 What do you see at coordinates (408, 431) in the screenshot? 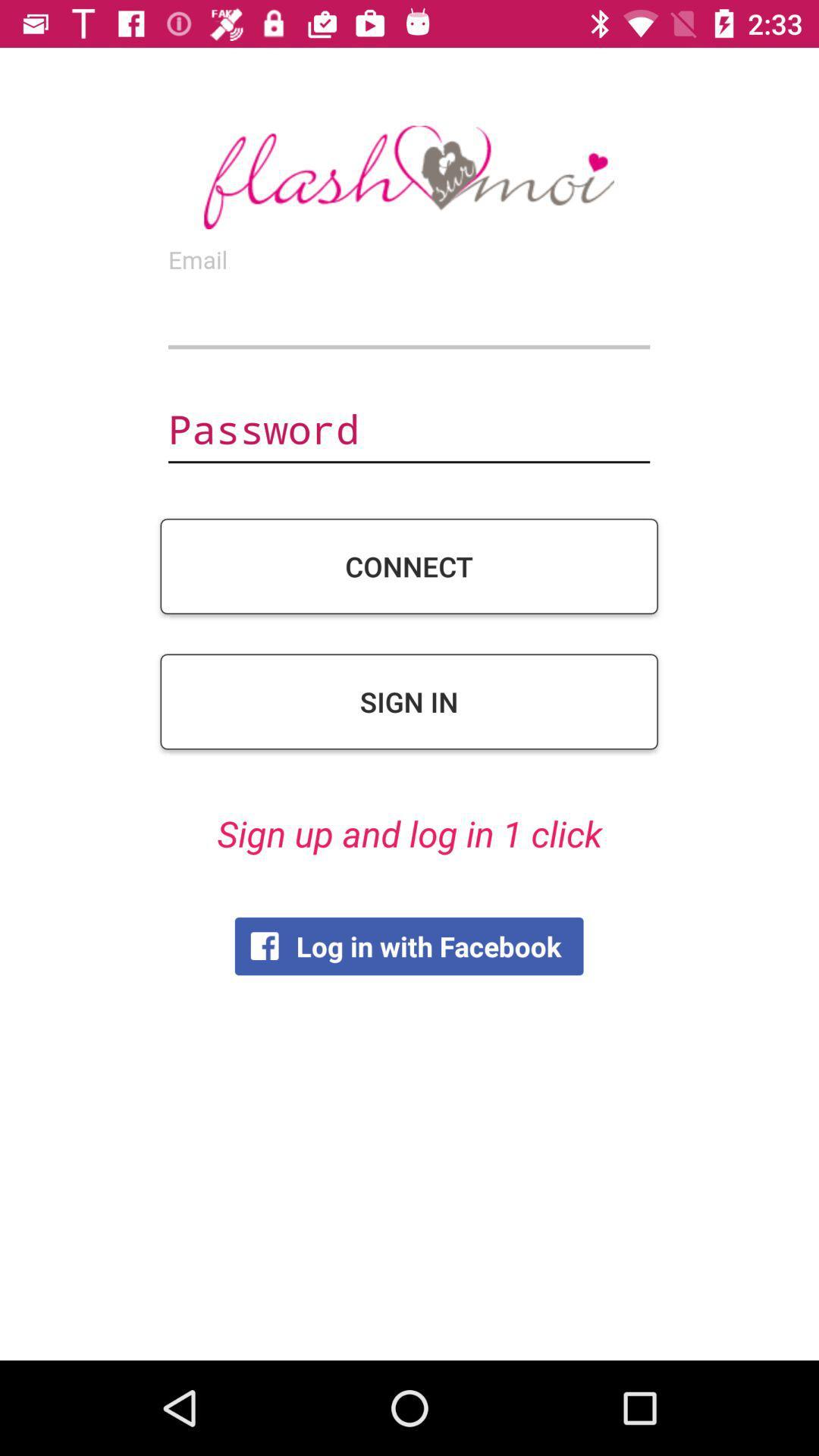
I see `insert password` at bounding box center [408, 431].